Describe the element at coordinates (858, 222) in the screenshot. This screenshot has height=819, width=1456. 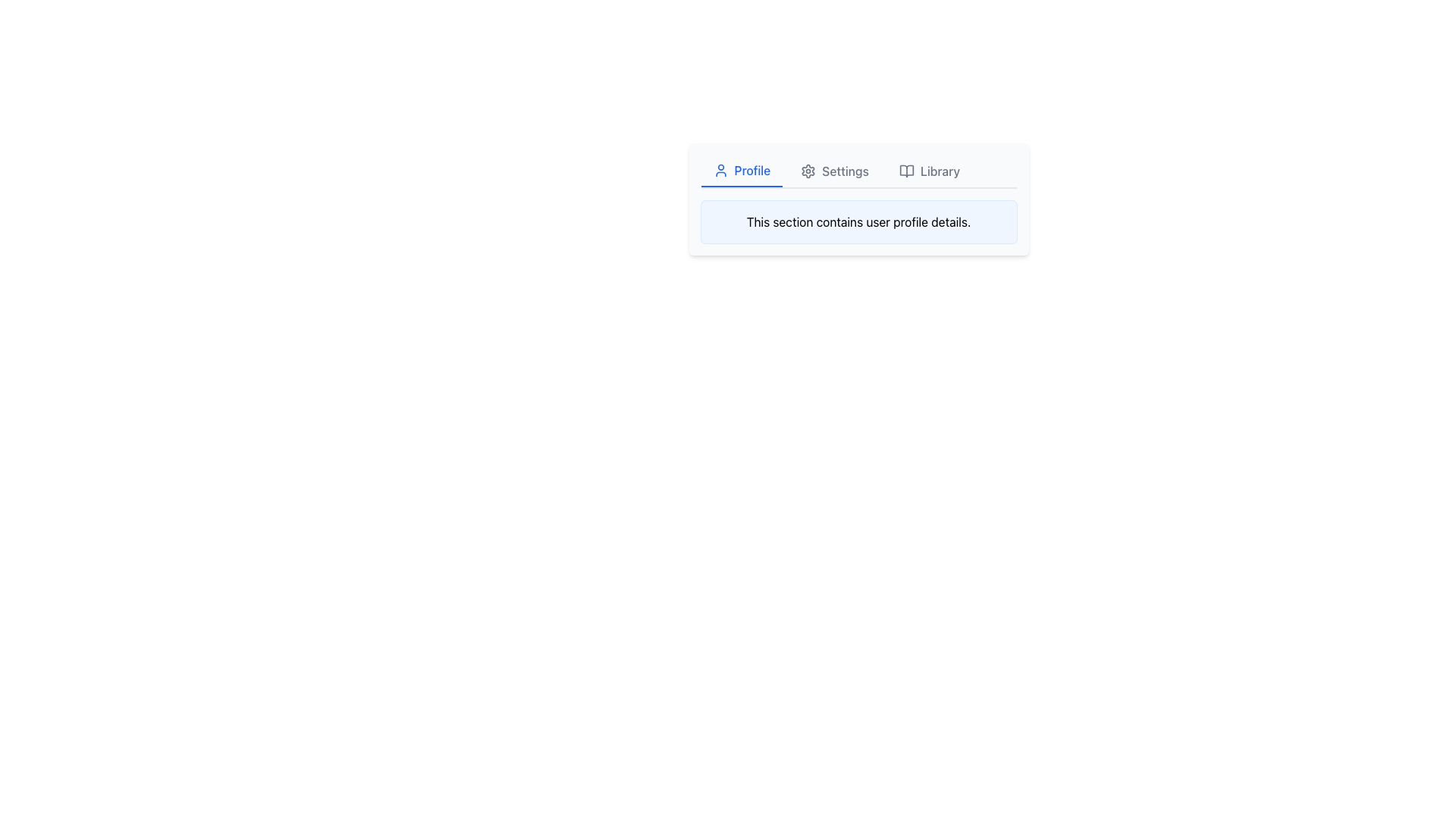
I see `the informational panel that provides details about the selected 'Profile' tab, located directly below the main navigation tabs` at that location.